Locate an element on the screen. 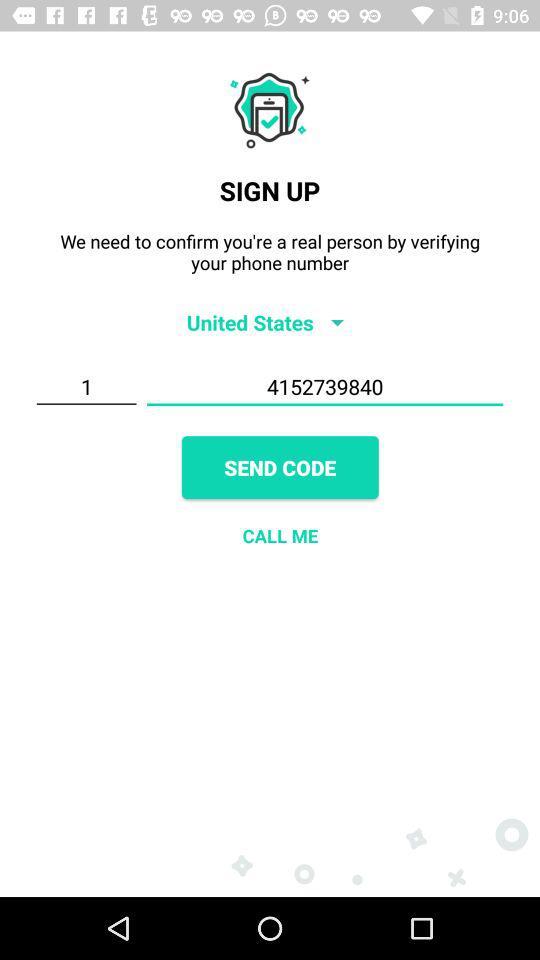 The image size is (540, 960). the 1 item is located at coordinates (85, 386).